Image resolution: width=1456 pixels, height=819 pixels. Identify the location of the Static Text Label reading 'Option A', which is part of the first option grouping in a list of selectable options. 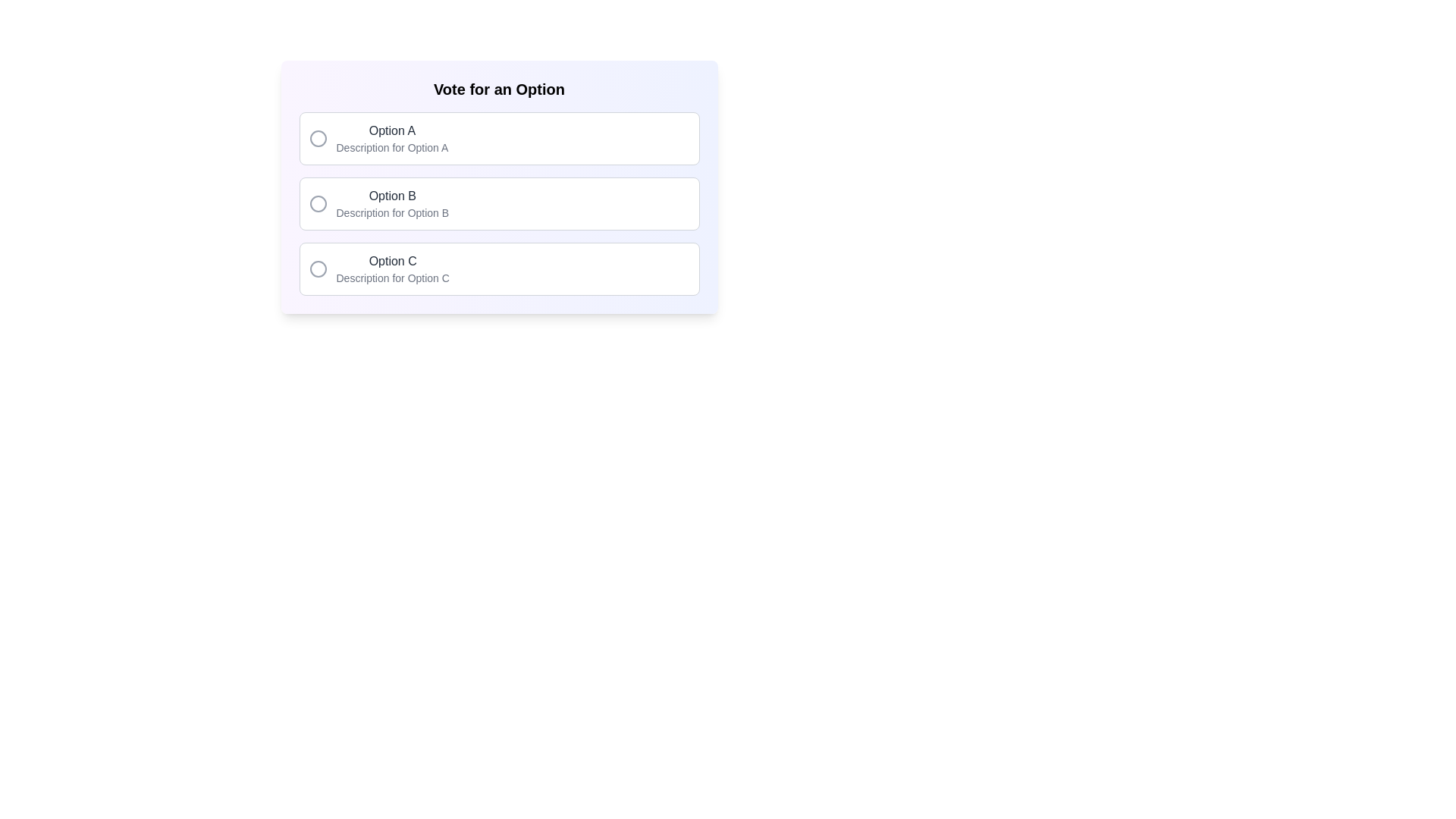
(392, 130).